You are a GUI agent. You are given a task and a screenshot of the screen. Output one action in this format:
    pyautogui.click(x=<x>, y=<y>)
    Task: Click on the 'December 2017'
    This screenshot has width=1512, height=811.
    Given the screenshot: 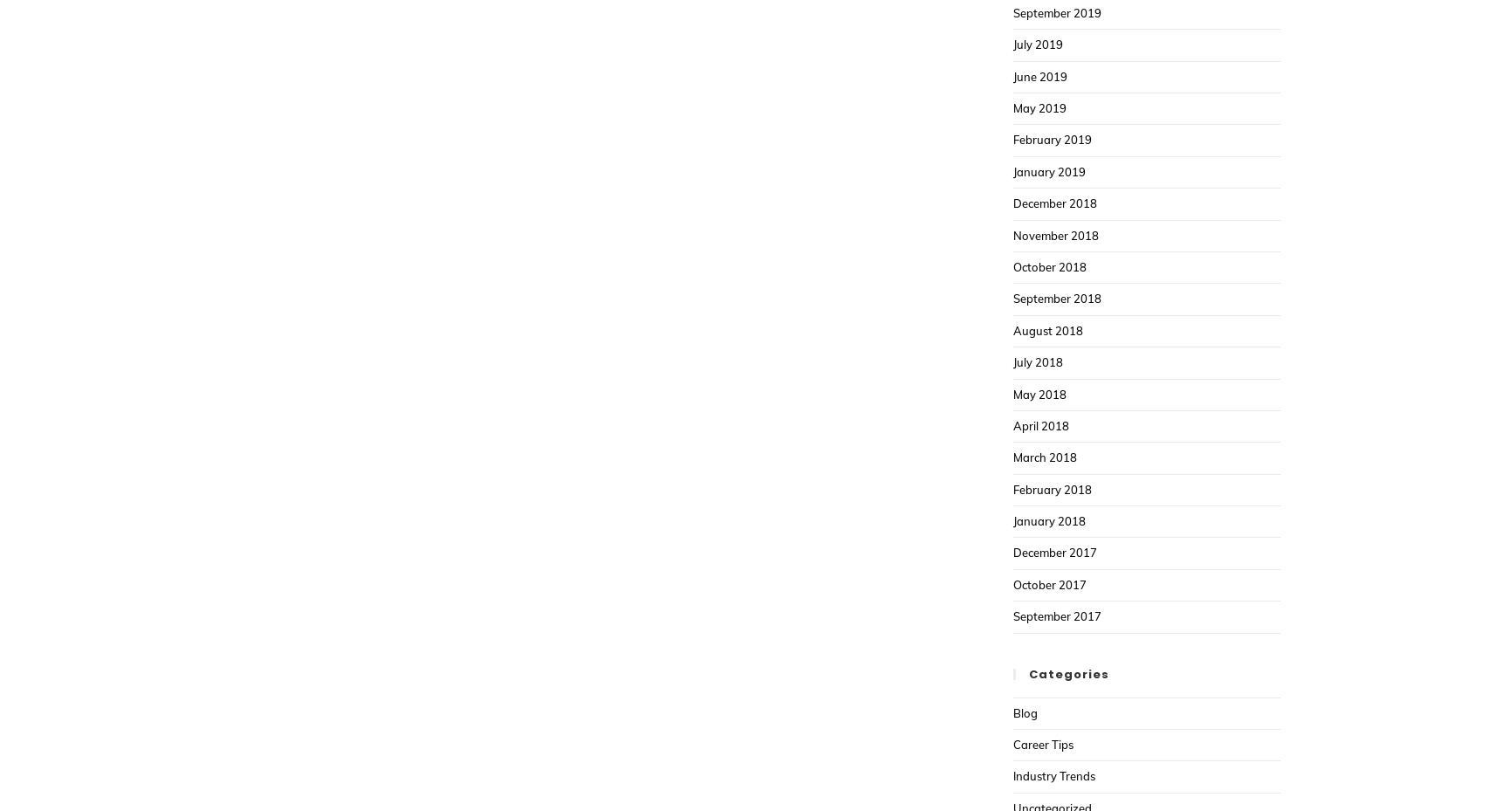 What is the action you would take?
    pyautogui.click(x=1012, y=552)
    